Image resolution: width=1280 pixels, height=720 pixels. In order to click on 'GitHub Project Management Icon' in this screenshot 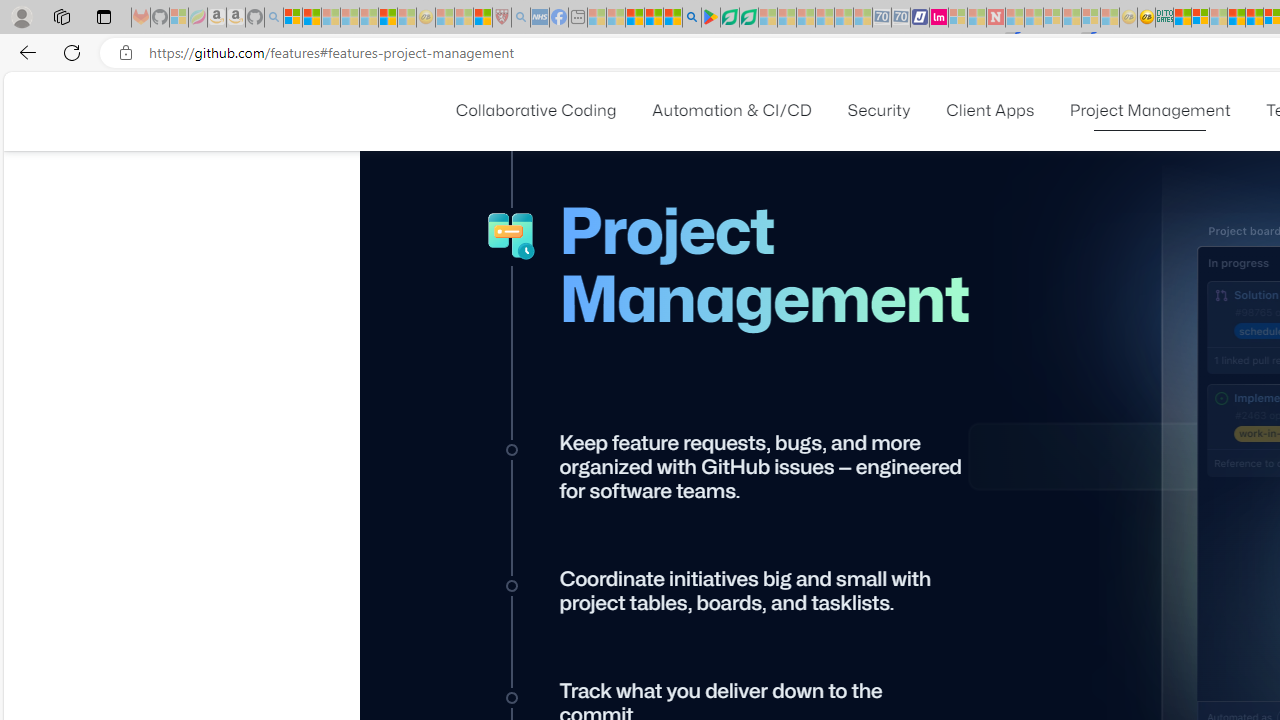, I will do `click(512, 236)`.